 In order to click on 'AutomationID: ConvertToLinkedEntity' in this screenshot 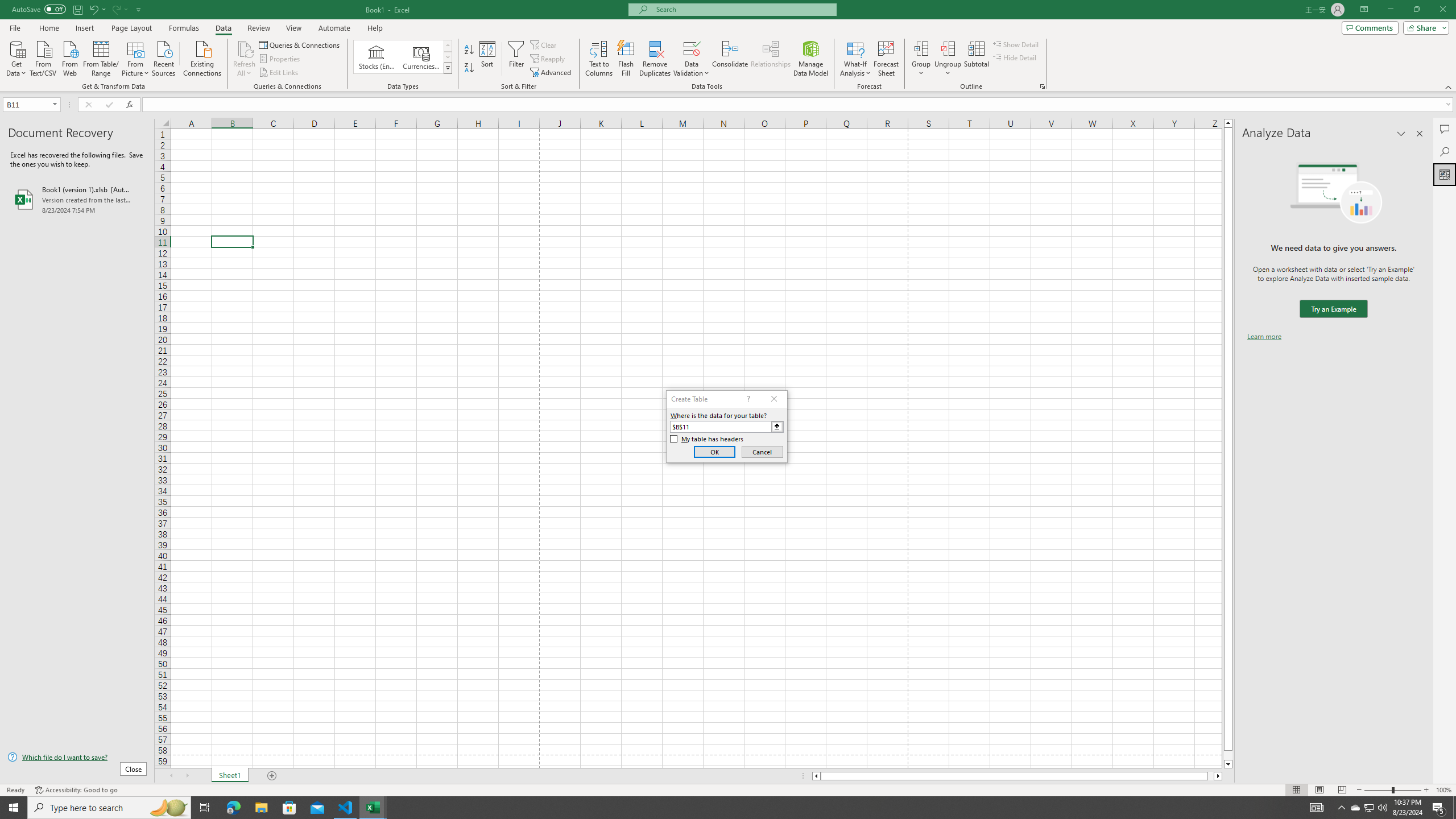, I will do `click(403, 56)`.